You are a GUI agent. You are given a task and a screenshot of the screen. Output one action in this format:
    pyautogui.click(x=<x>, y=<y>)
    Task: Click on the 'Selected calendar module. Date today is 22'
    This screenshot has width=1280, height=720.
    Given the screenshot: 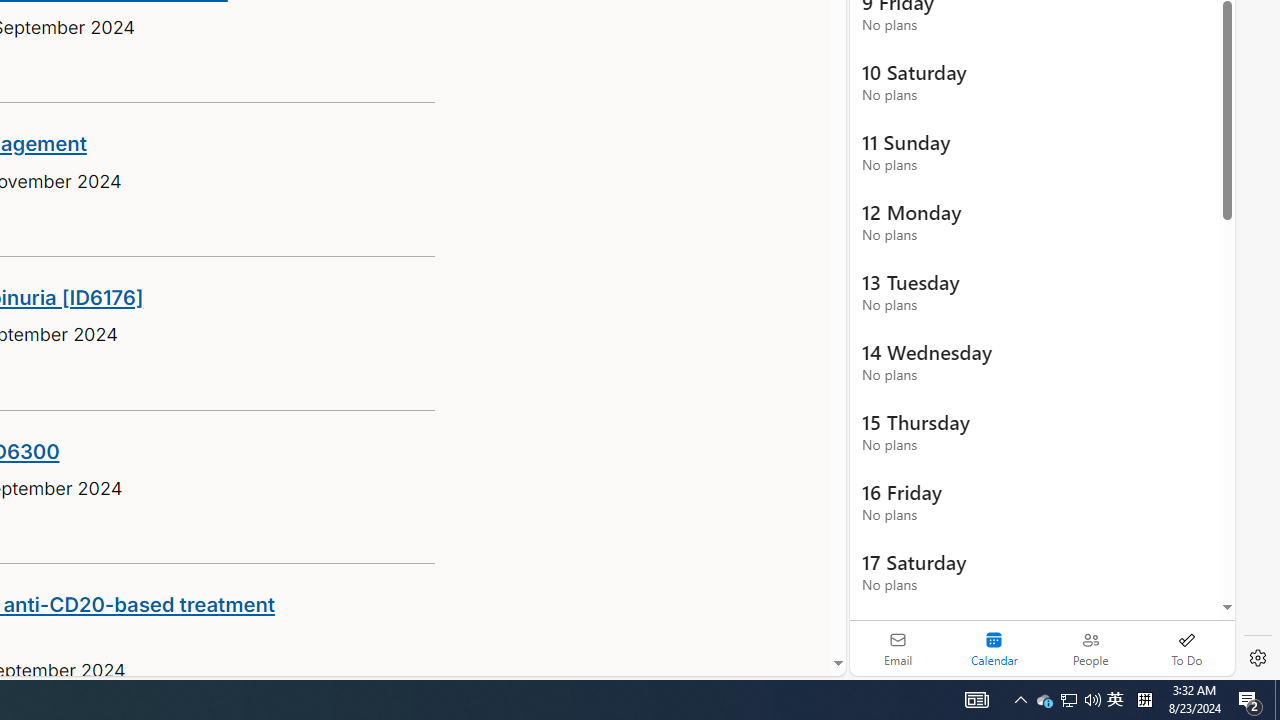 What is the action you would take?
    pyautogui.click(x=994, y=648)
    